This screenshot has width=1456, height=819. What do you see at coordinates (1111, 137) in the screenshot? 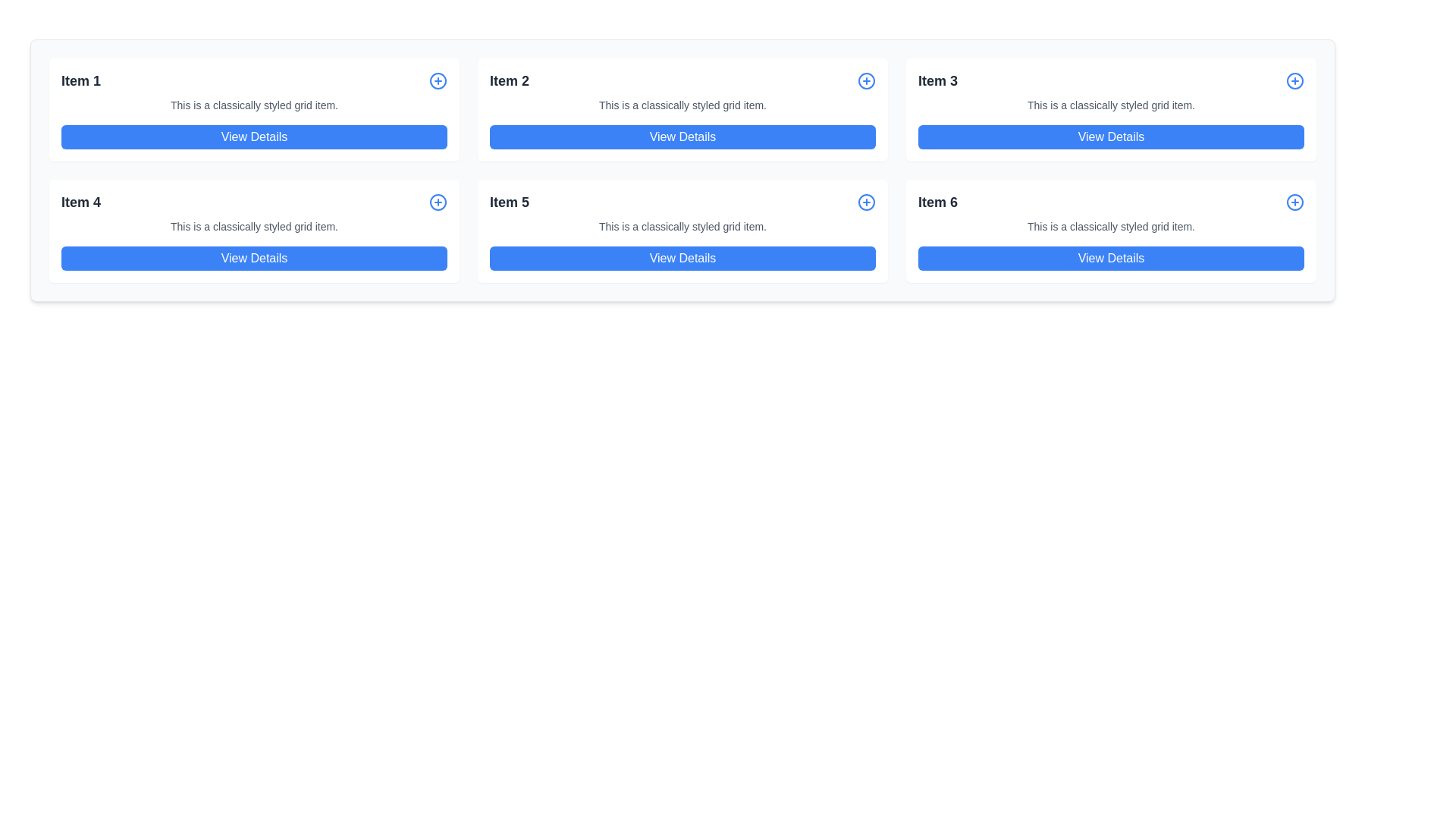
I see `the button located beneath the text description 'This is a classically styled grid item'` at bounding box center [1111, 137].